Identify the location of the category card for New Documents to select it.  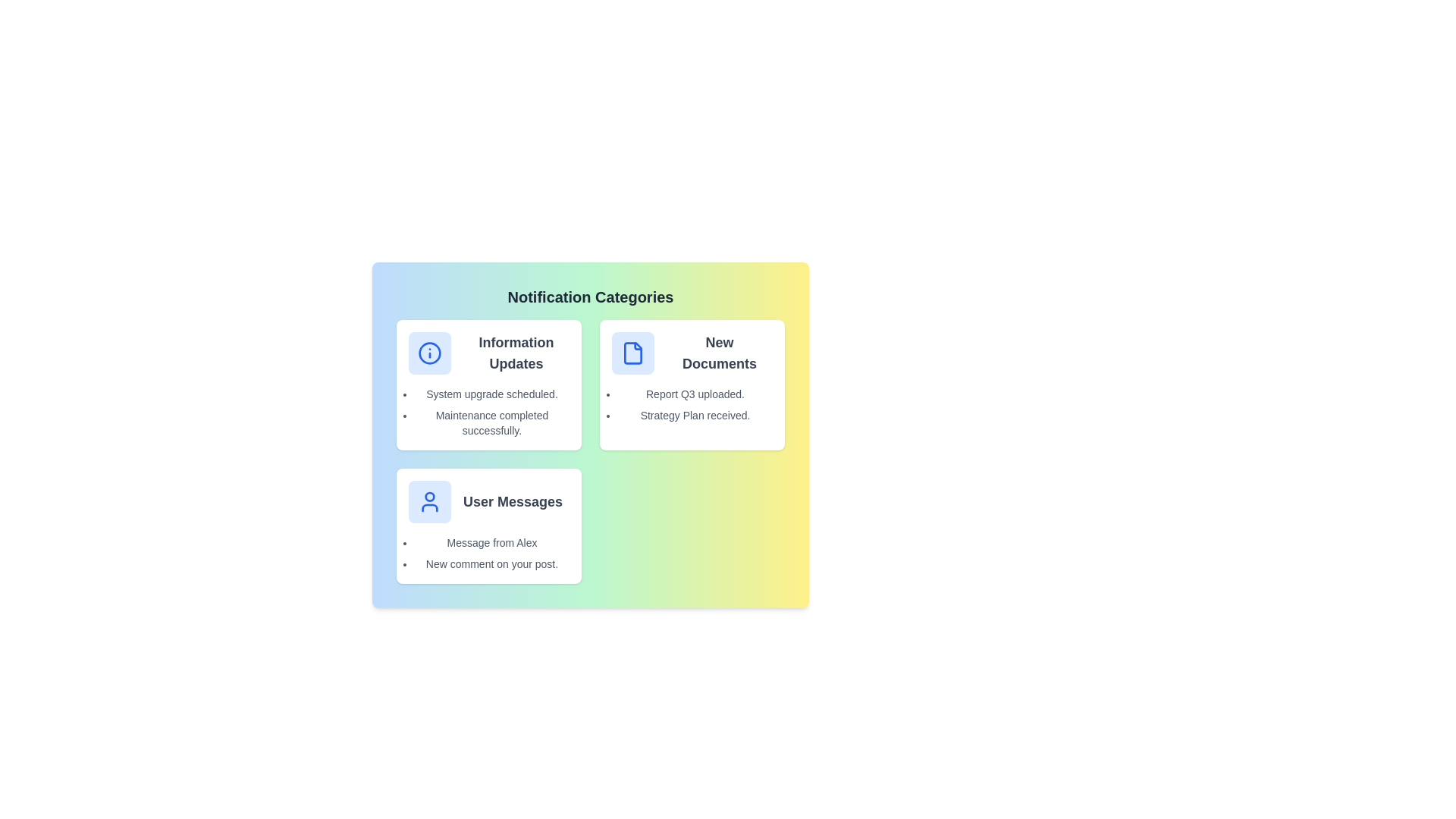
(691, 384).